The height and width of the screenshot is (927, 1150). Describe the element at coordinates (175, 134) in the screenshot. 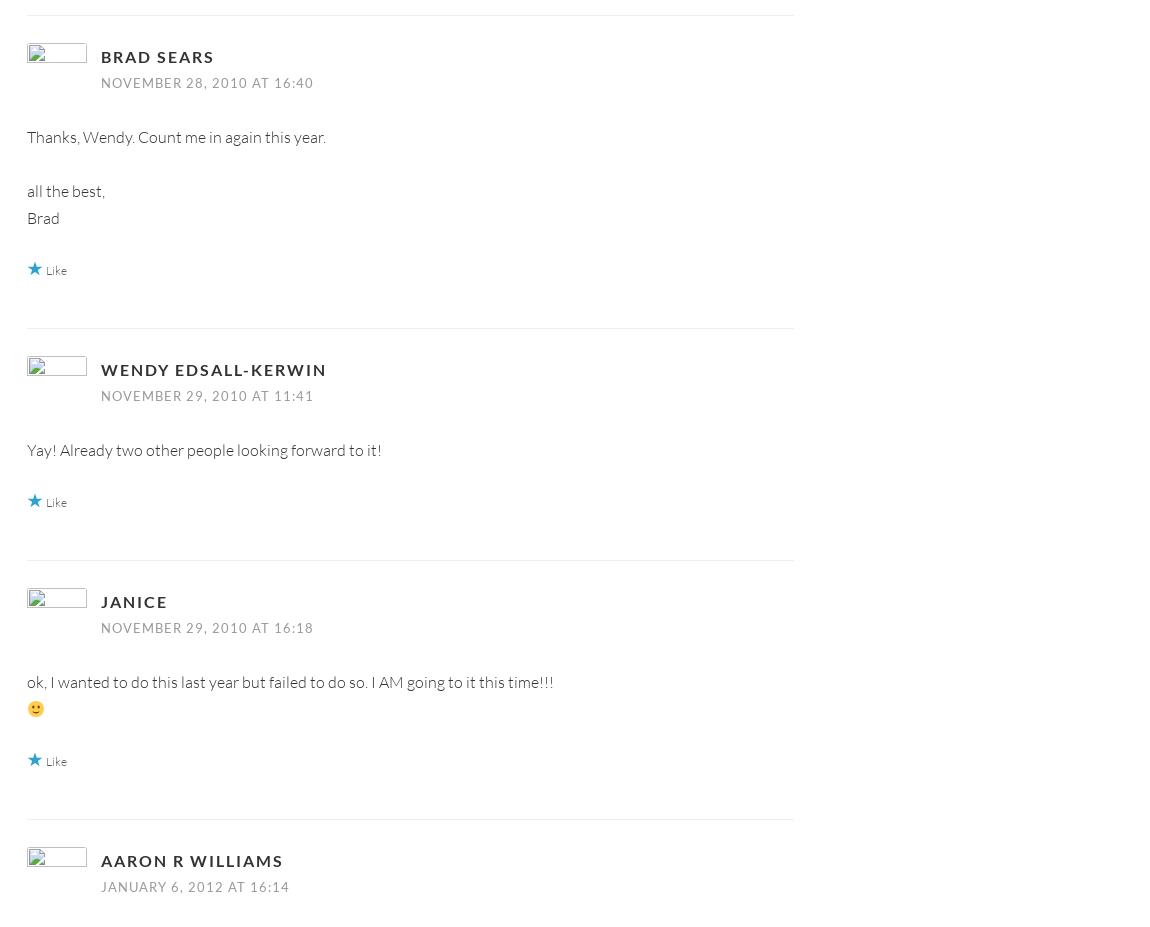

I see `'Thanks, Wendy.  Count me in again this year.'` at that location.